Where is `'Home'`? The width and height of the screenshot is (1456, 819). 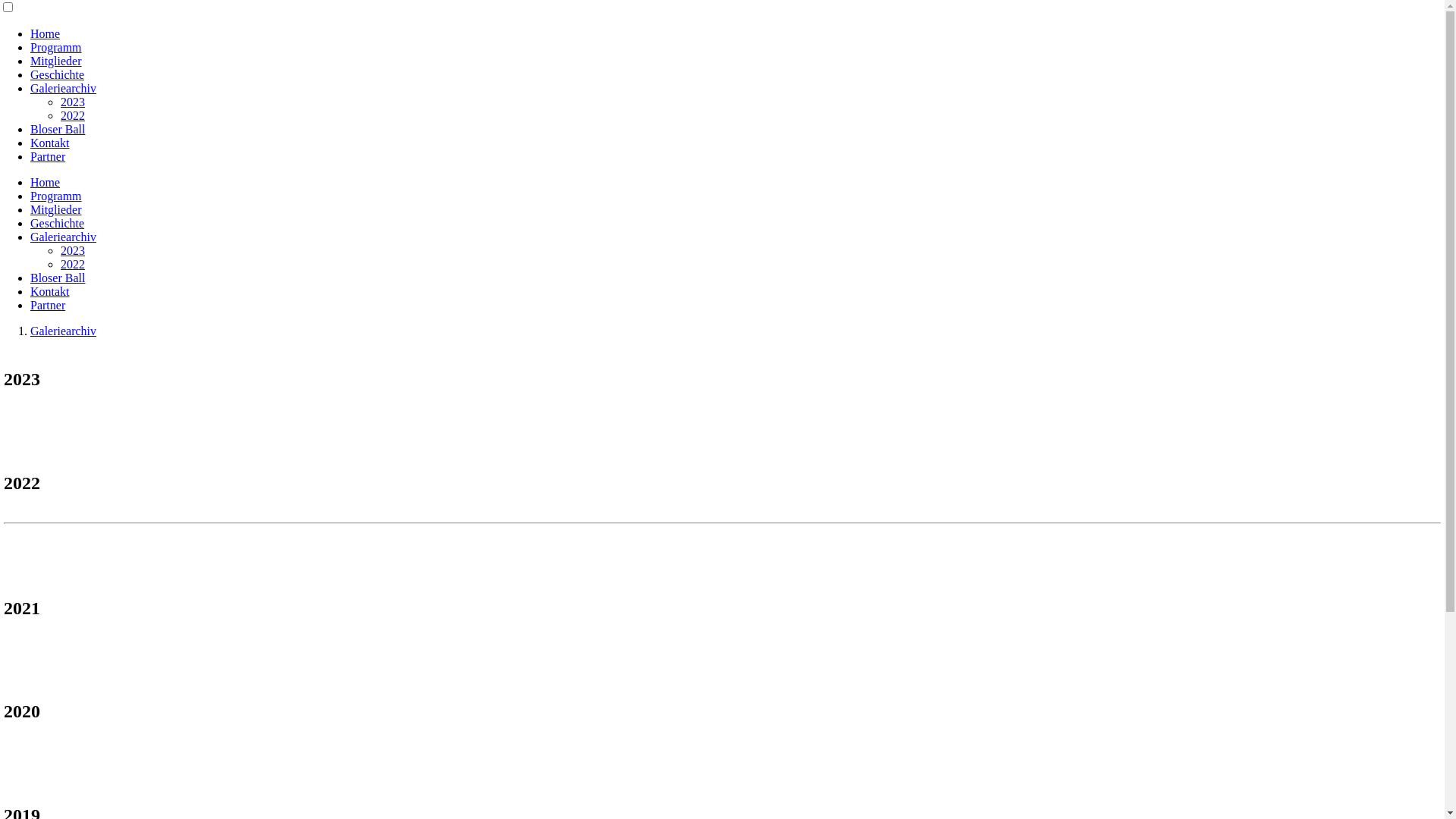 'Home' is located at coordinates (30, 181).